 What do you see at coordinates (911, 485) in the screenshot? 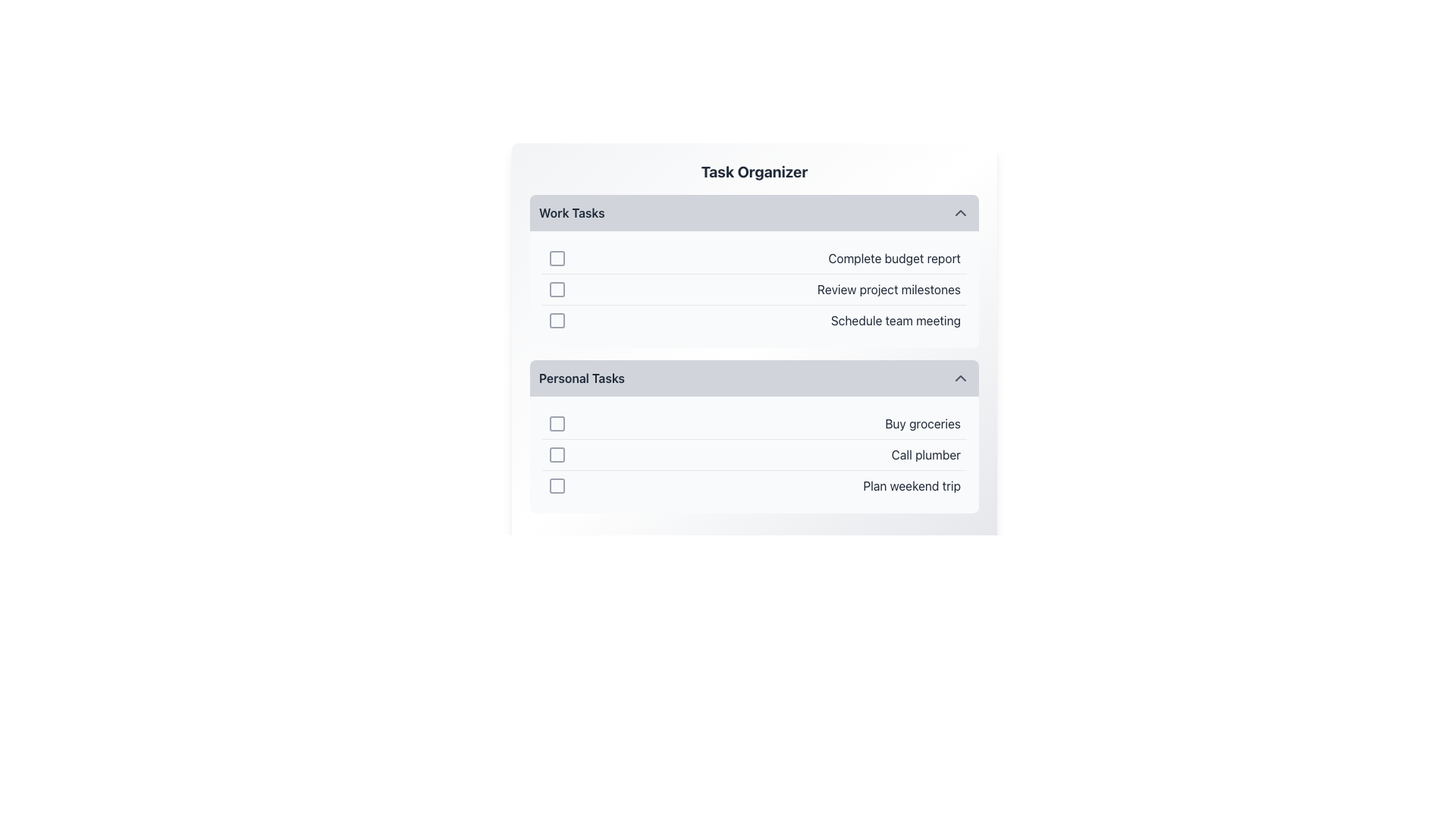
I see `the text label that displays 'Plan weekend trip' located in the third task item under the 'Personal Tasks' section` at bounding box center [911, 485].